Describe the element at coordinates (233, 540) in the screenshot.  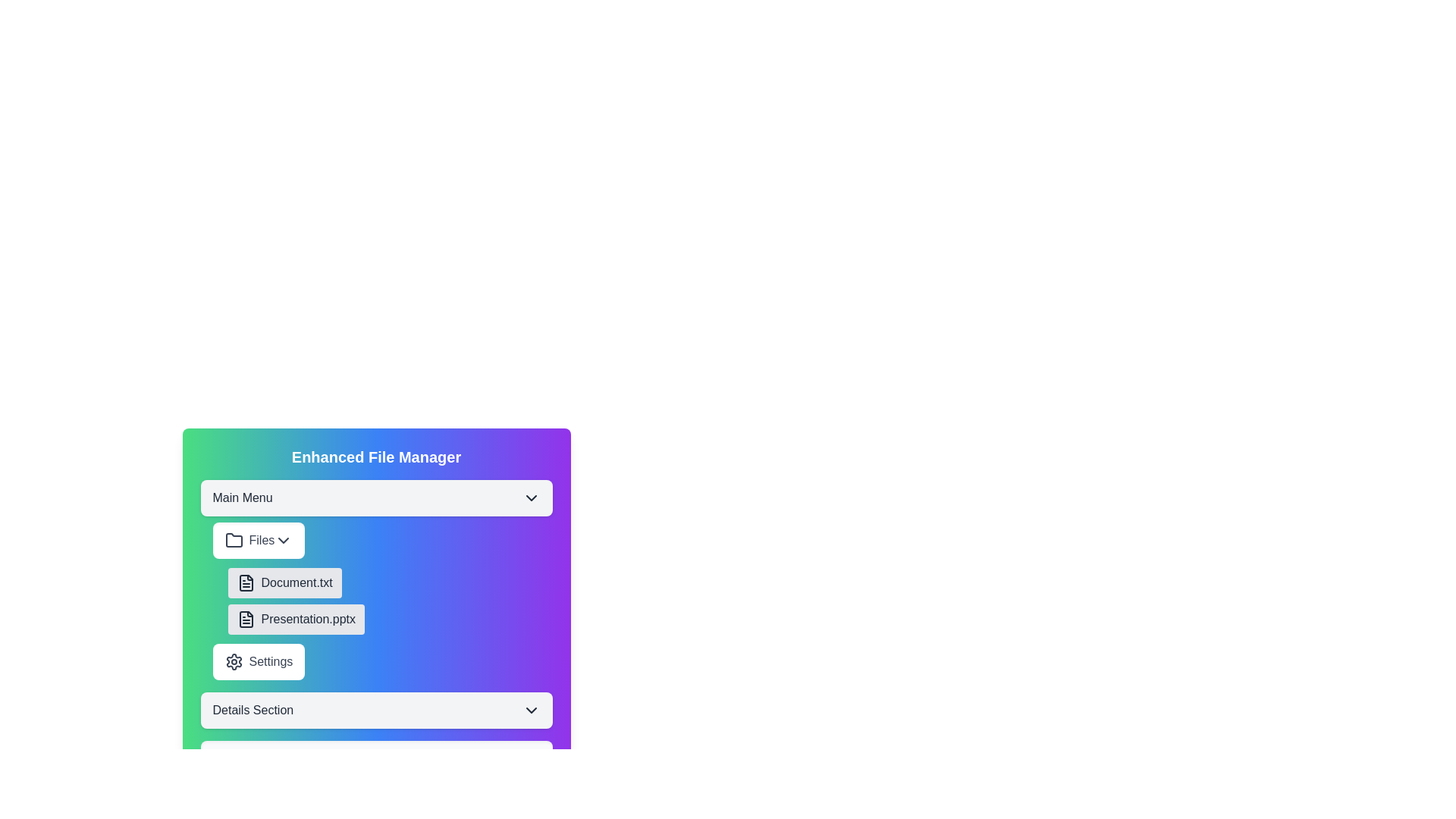
I see `the 'Files' label or its dropdown arrow adjacent to the decorative icon positioned at the left of the text in the horizontally arranged group` at that location.